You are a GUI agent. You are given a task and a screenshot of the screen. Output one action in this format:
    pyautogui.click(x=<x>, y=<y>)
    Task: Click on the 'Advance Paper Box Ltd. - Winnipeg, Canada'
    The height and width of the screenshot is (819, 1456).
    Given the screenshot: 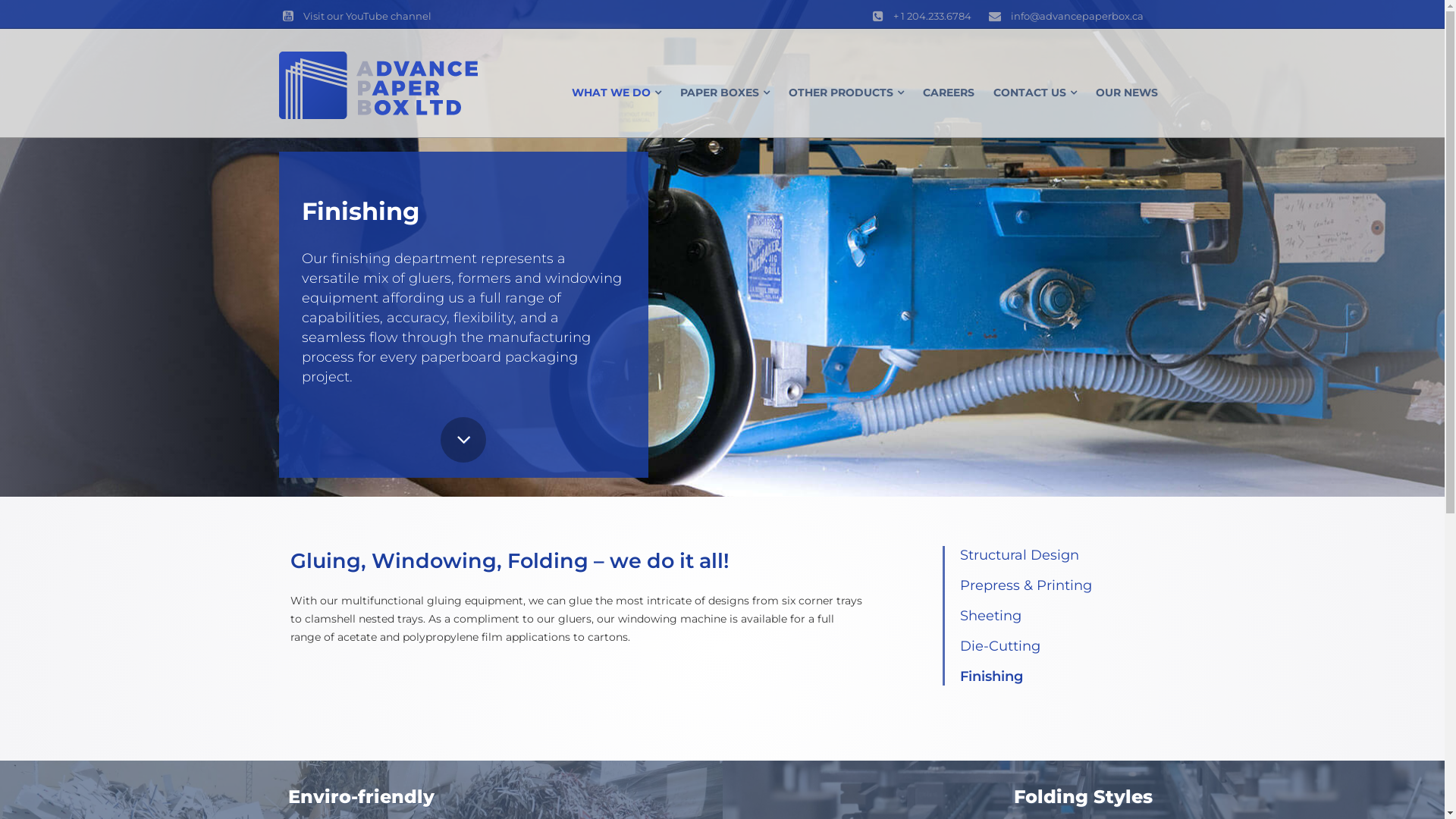 What is the action you would take?
    pyautogui.click(x=378, y=84)
    